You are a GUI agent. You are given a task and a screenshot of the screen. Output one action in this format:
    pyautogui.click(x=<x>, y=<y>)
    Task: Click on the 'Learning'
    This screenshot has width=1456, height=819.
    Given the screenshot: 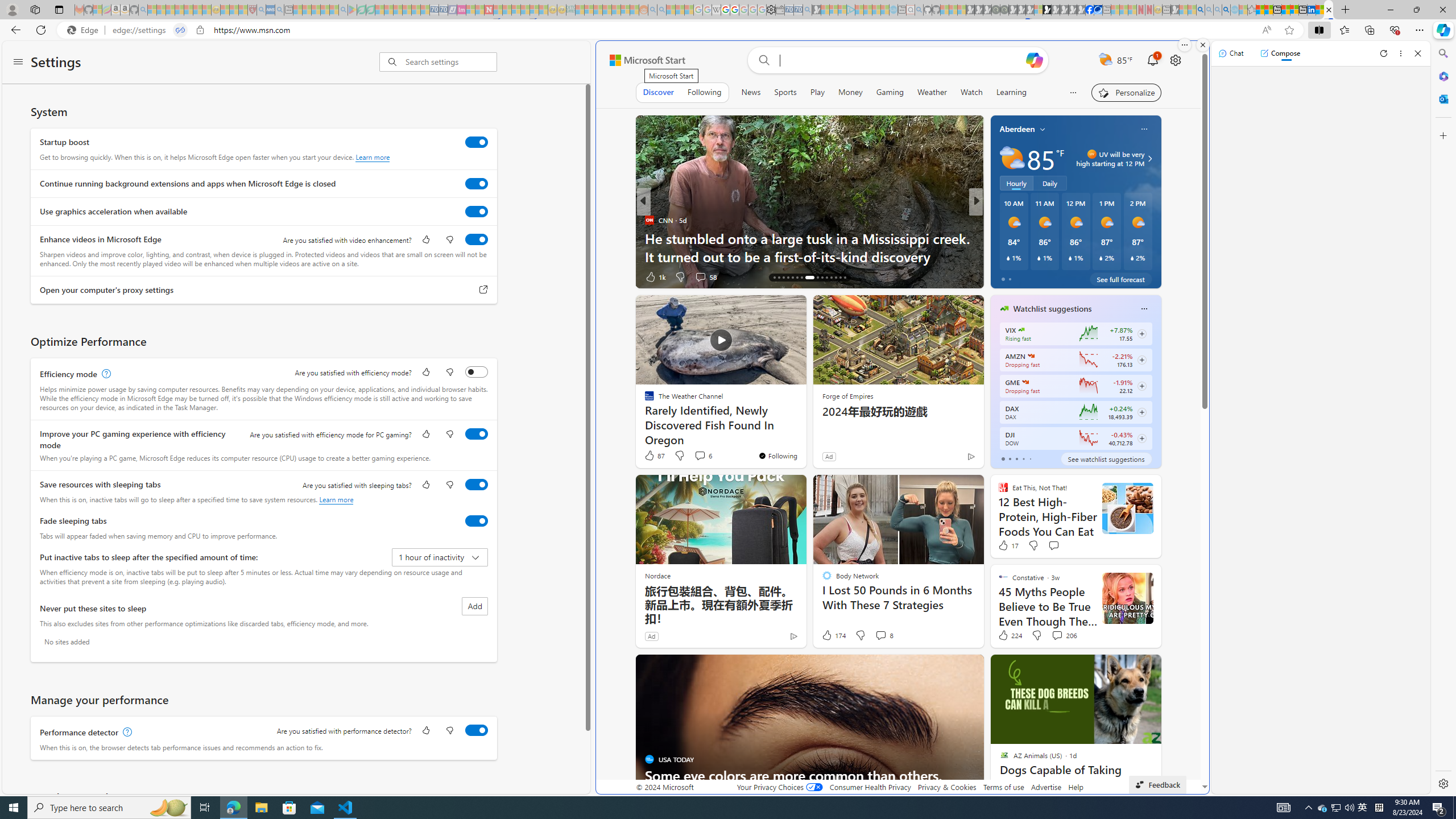 What is the action you would take?
    pyautogui.click(x=1011, y=92)
    